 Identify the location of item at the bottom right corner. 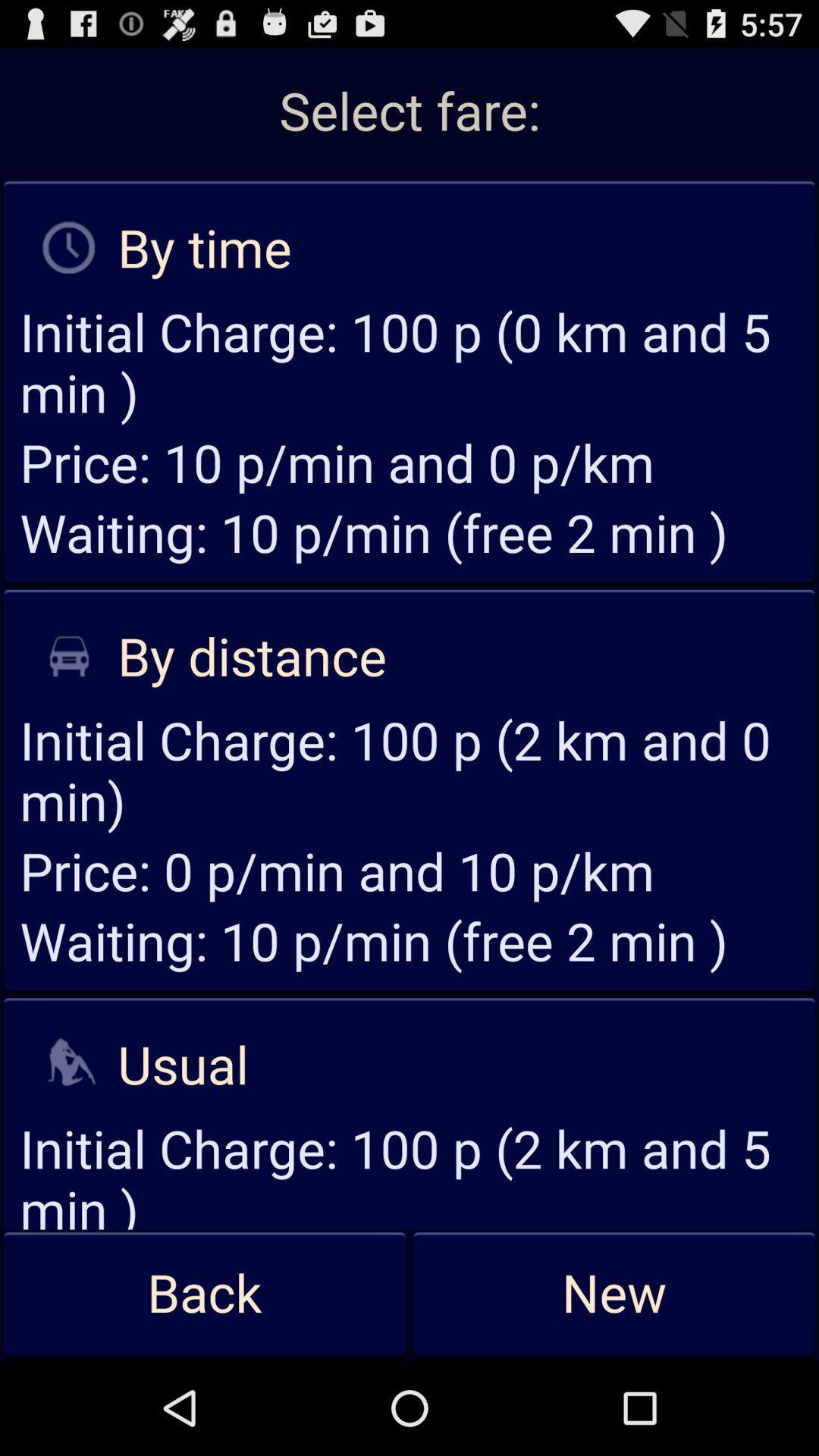
(614, 1294).